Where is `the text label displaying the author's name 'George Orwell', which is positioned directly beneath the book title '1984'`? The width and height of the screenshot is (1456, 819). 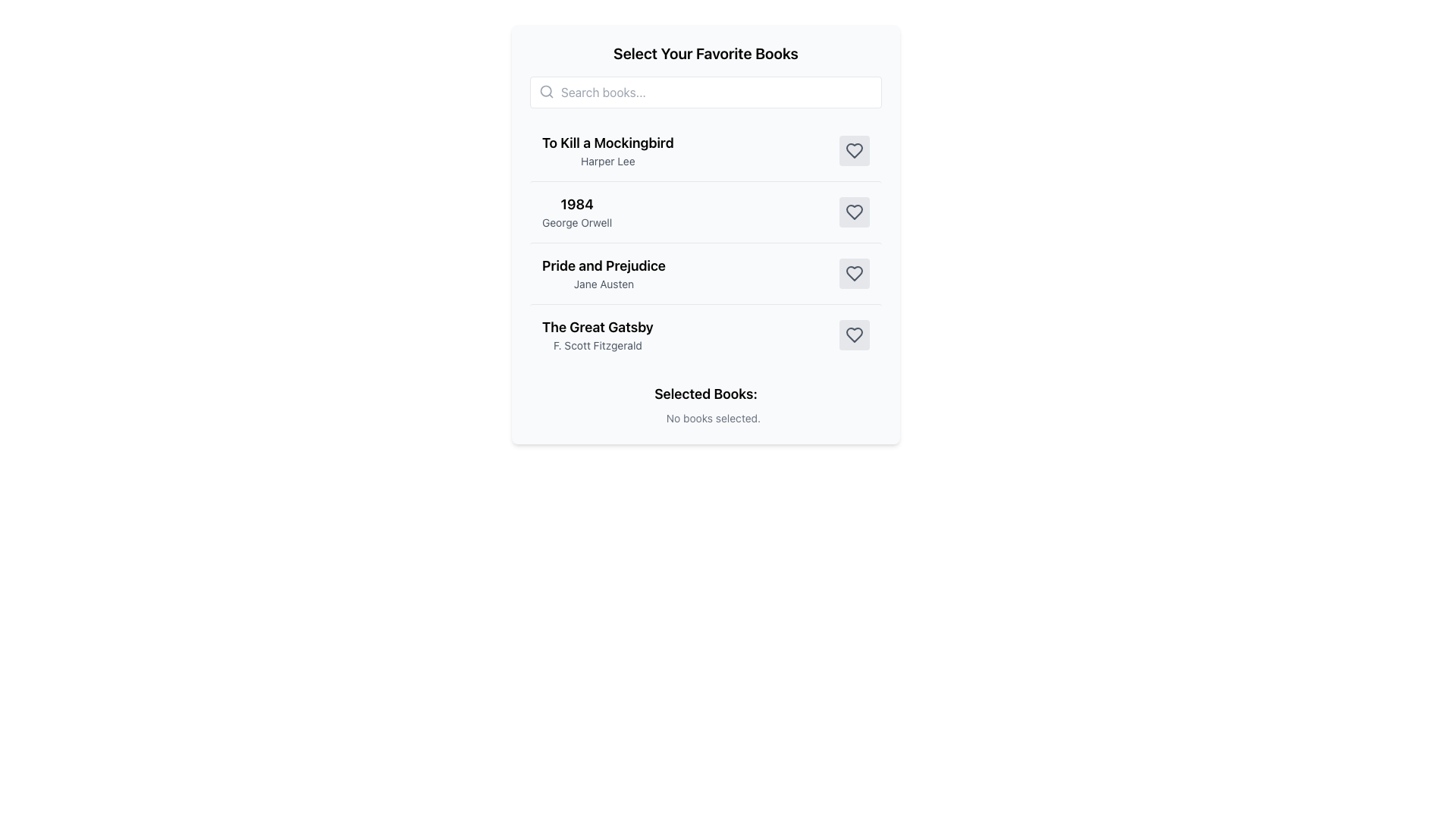
the text label displaying the author's name 'George Orwell', which is positioned directly beneath the book title '1984' is located at coordinates (576, 222).